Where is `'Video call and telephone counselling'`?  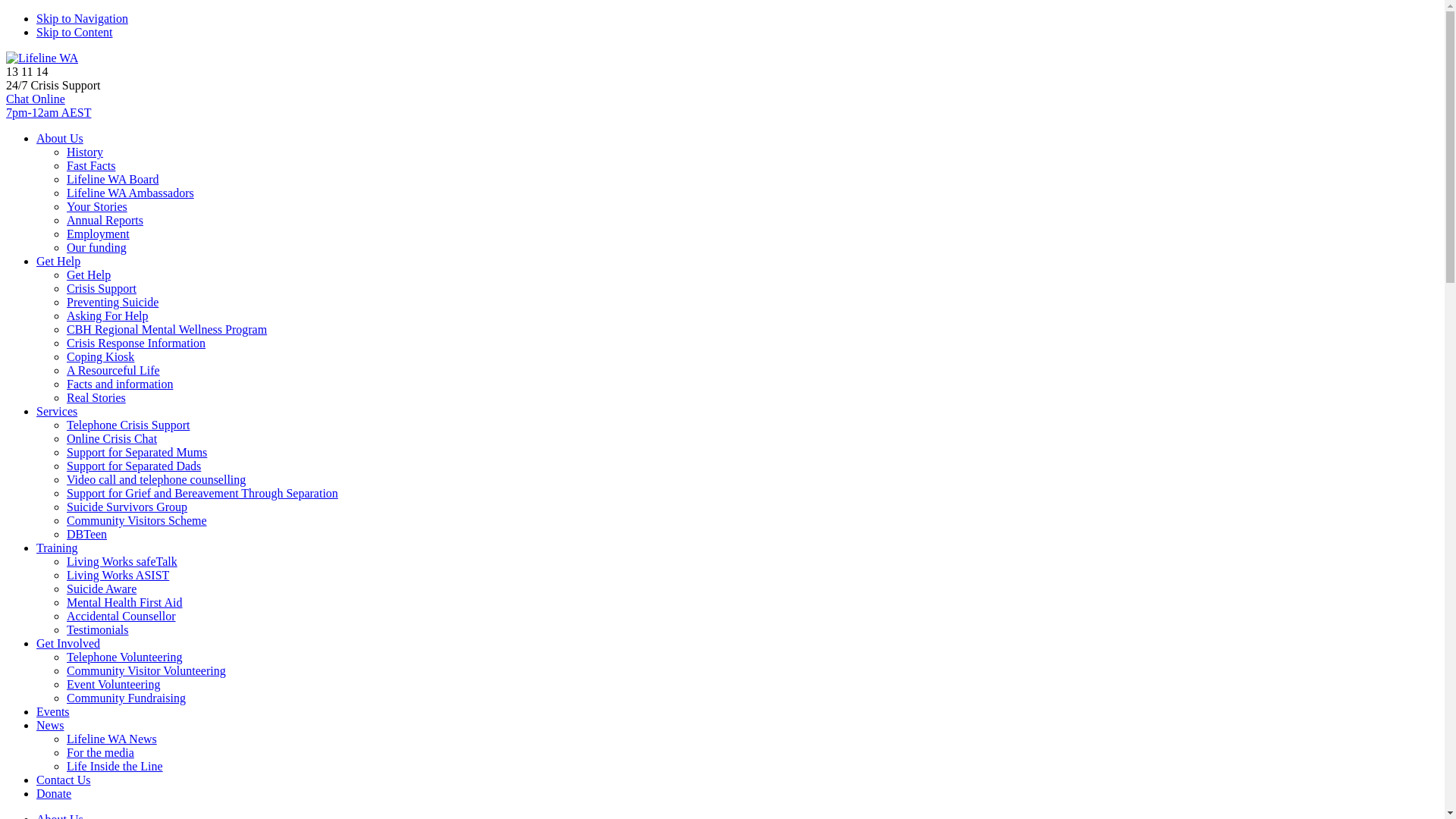 'Video call and telephone counselling' is located at coordinates (65, 479).